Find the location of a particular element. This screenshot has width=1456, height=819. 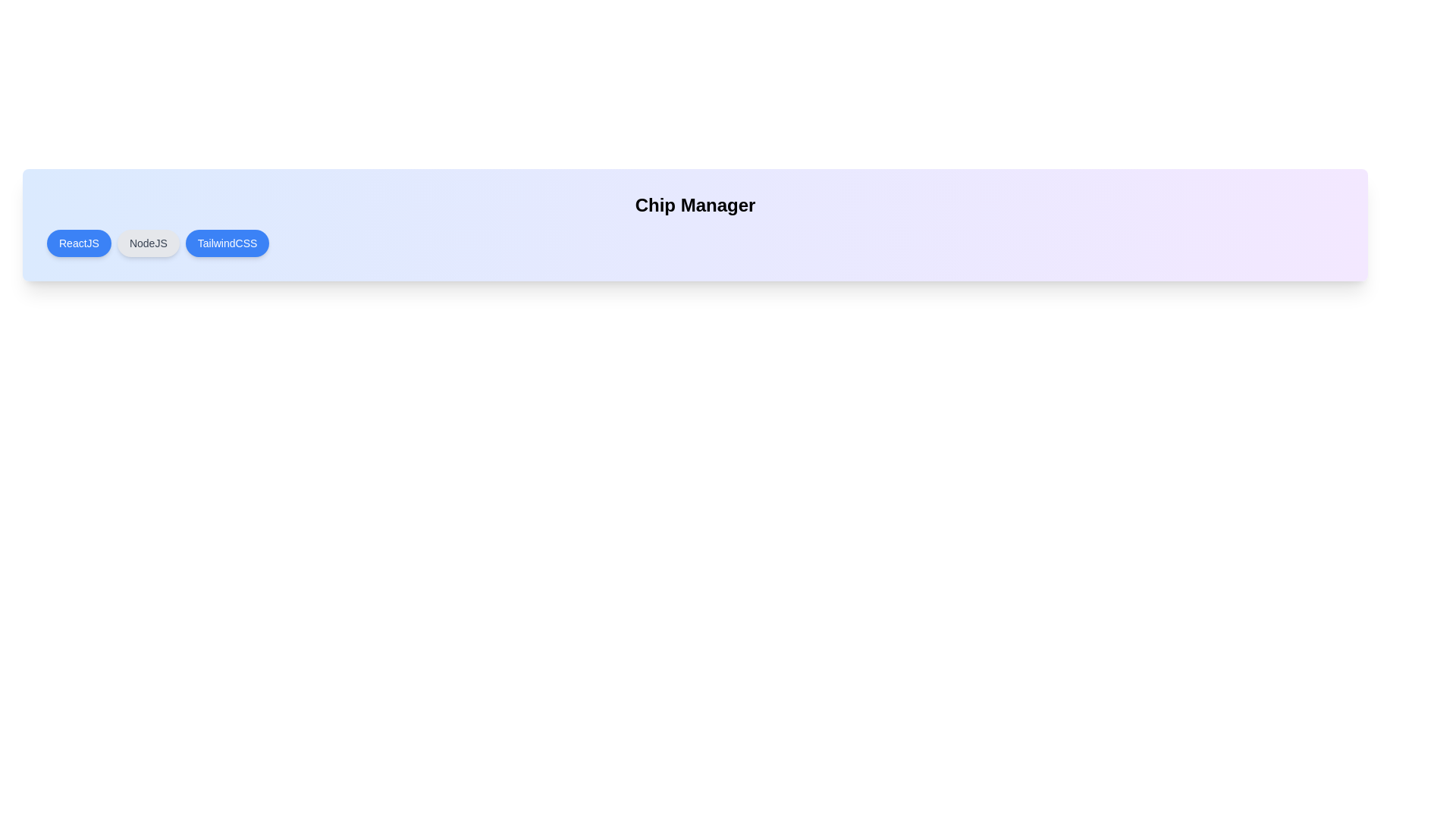

the chip labeled ReactJS is located at coordinates (78, 242).